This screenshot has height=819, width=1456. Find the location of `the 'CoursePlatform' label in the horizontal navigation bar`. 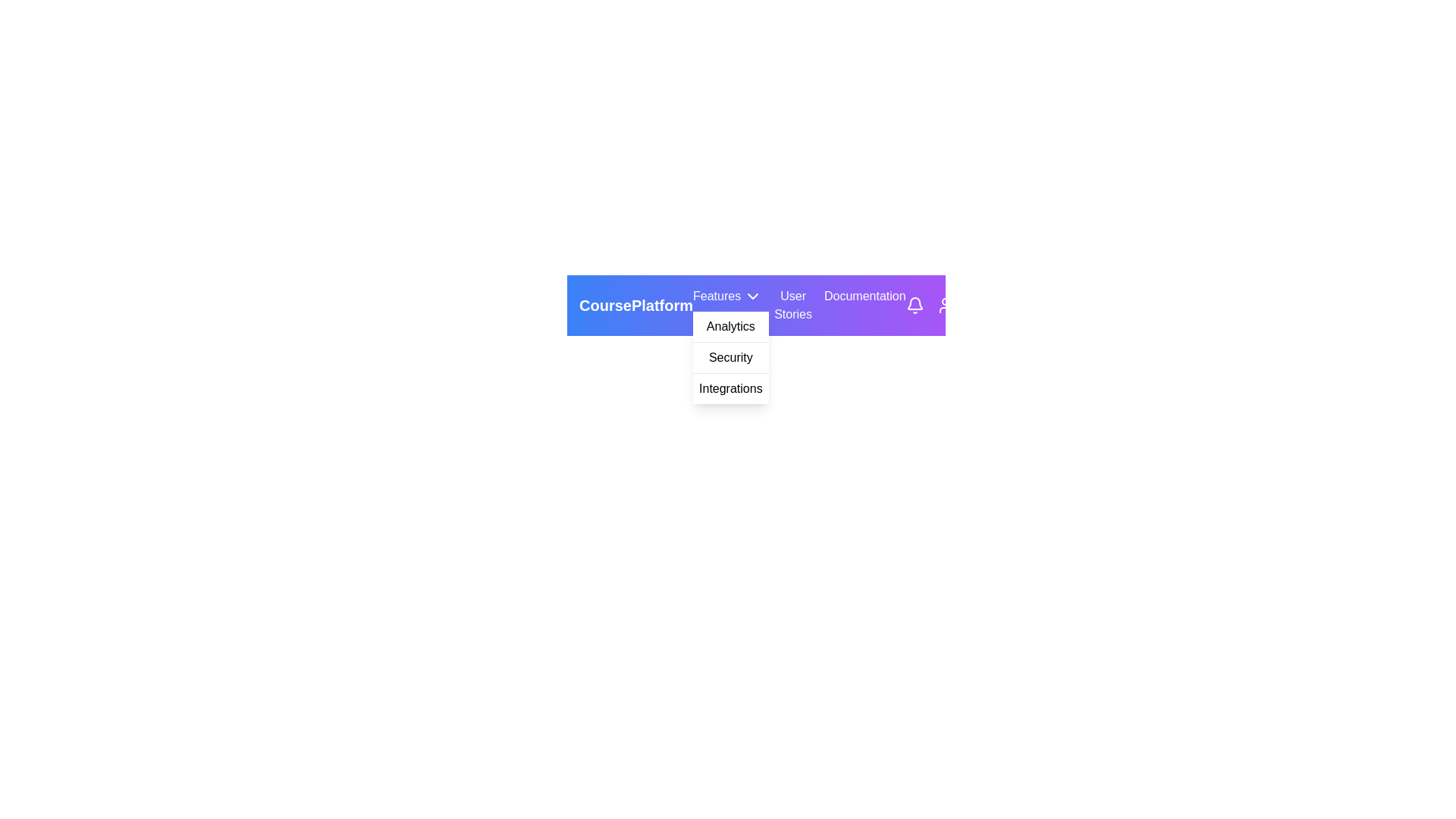

the 'CoursePlatform' label in the horizontal navigation bar is located at coordinates (636, 305).